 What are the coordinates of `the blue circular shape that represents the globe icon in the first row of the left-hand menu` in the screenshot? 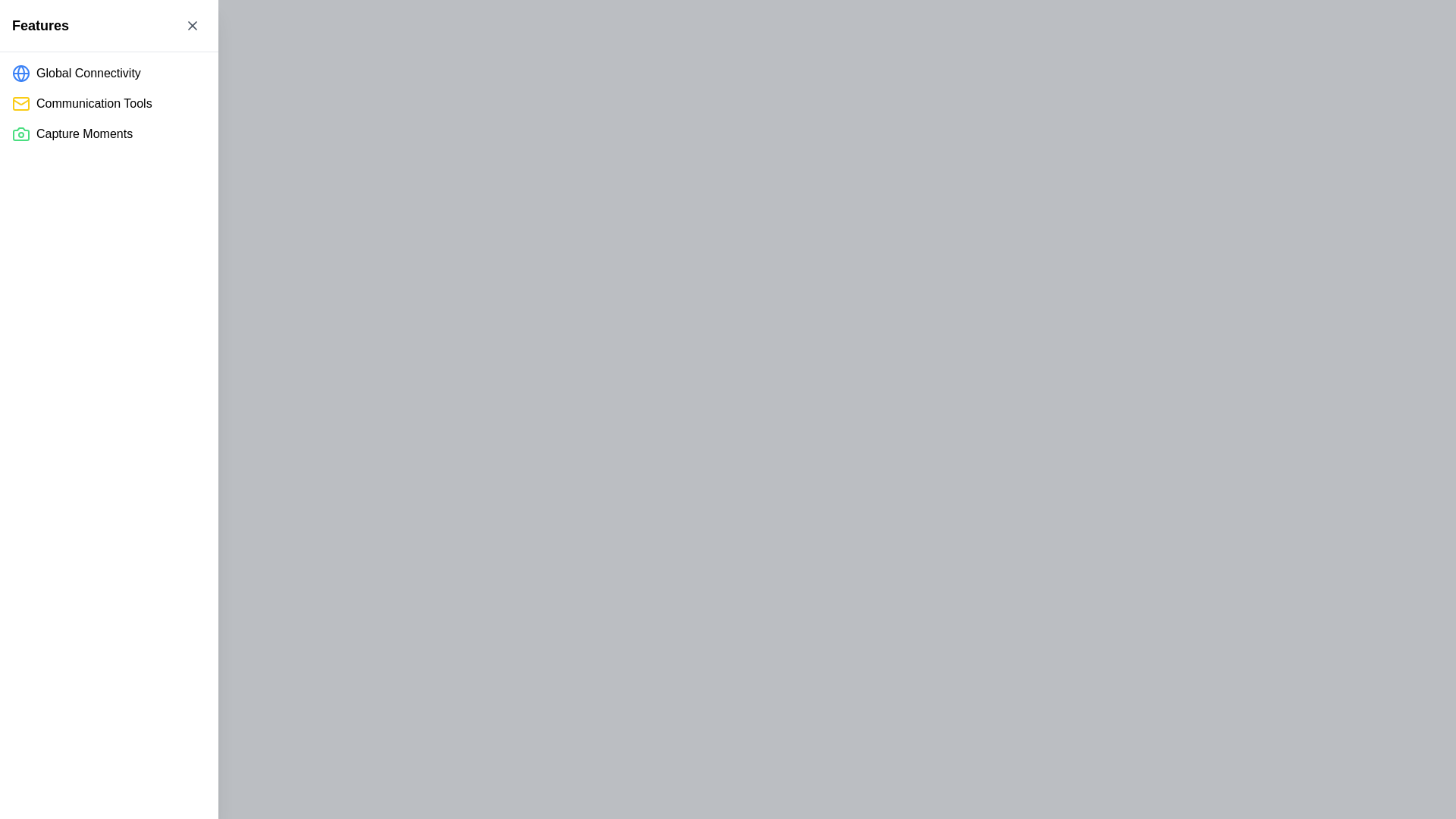 It's located at (21, 73).